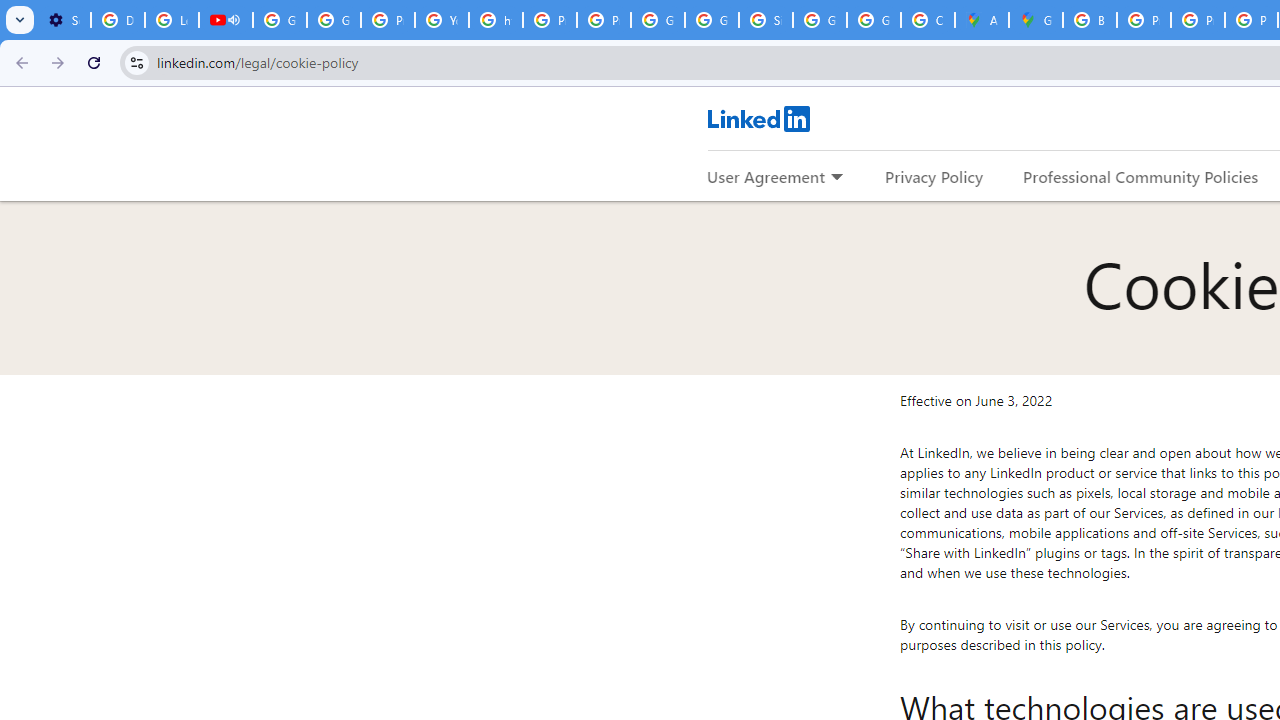 Image resolution: width=1280 pixels, height=720 pixels. I want to click on 'Mute tab', so click(234, 20).